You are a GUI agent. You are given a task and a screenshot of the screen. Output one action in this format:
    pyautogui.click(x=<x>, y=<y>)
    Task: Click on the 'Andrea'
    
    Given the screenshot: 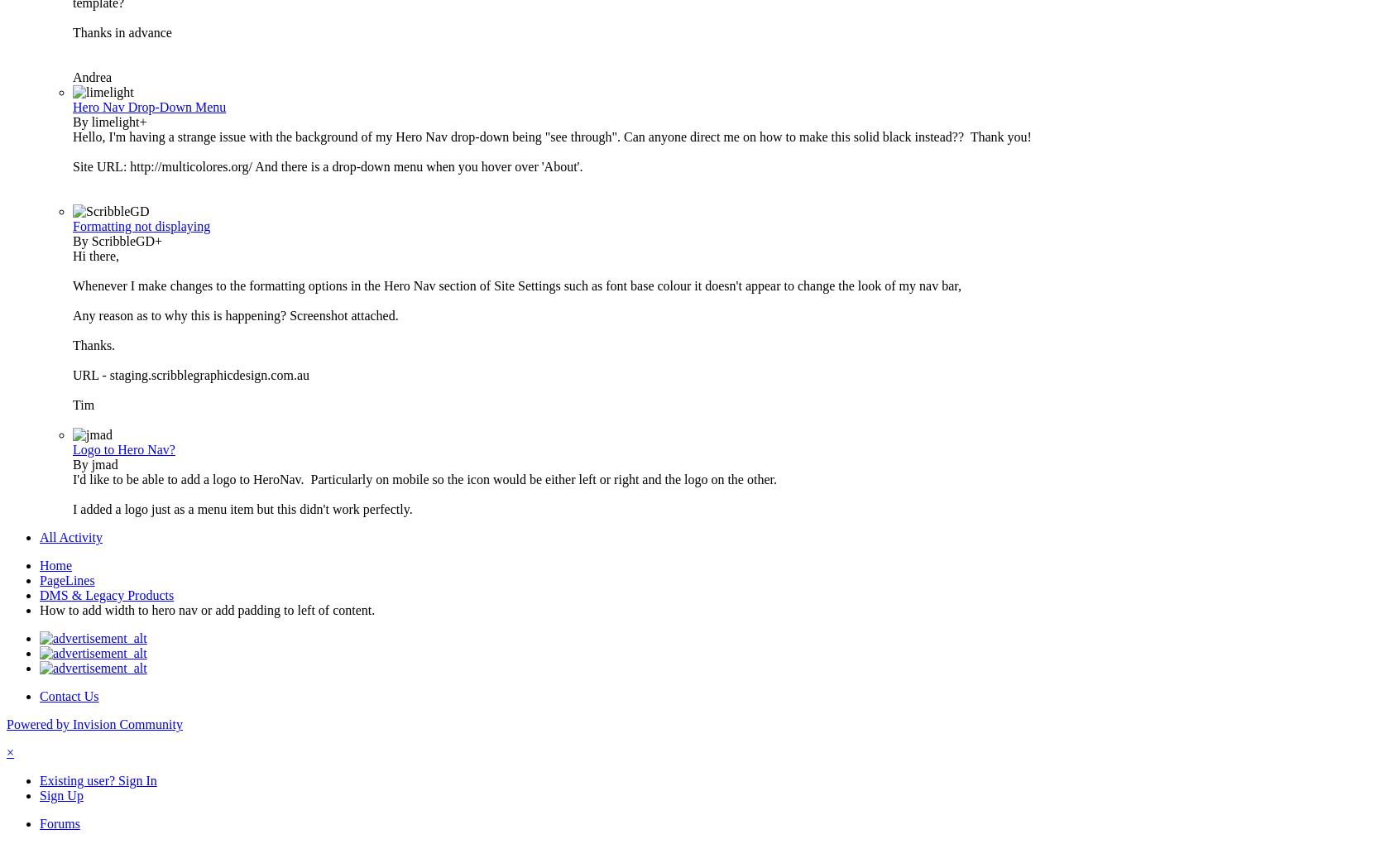 What is the action you would take?
    pyautogui.click(x=92, y=76)
    